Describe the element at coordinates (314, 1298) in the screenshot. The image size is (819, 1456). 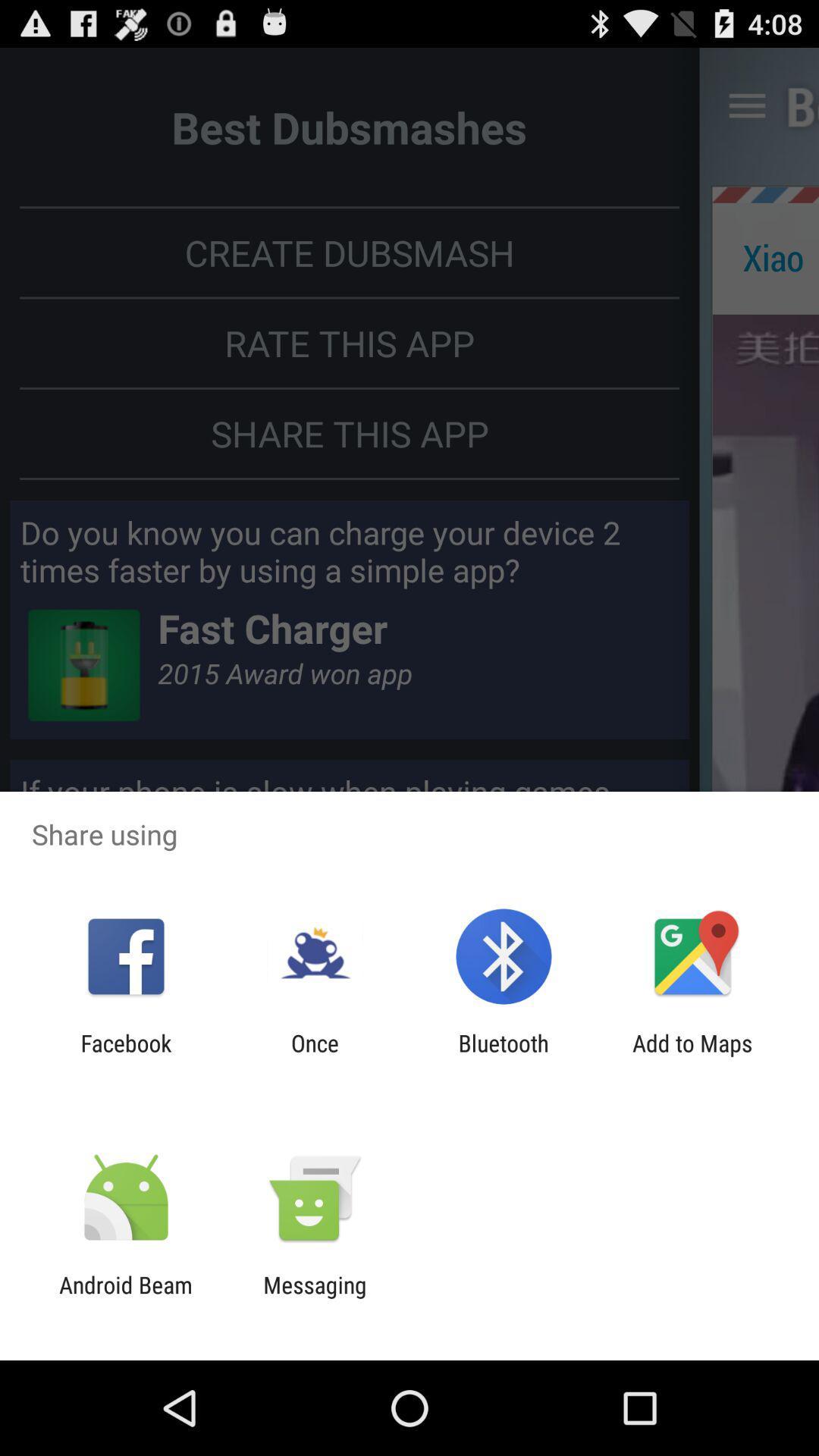
I see `item next to android beam item` at that location.